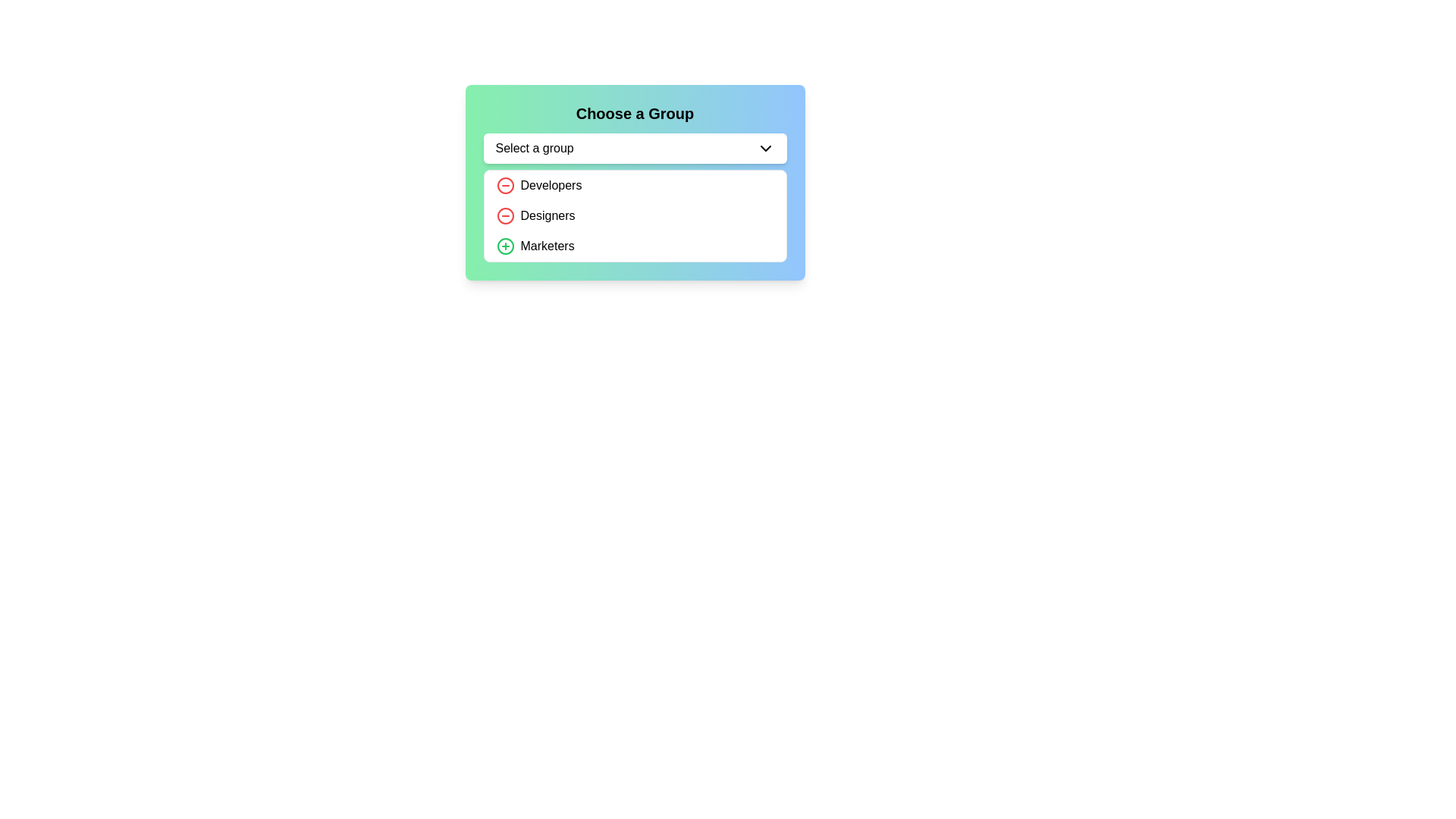 The image size is (1456, 819). What do you see at coordinates (547, 216) in the screenshot?
I see `text label displaying 'Designers', which is bold and black, located below 'Developers' and above 'Marketers' in the vertical list of group names` at bounding box center [547, 216].